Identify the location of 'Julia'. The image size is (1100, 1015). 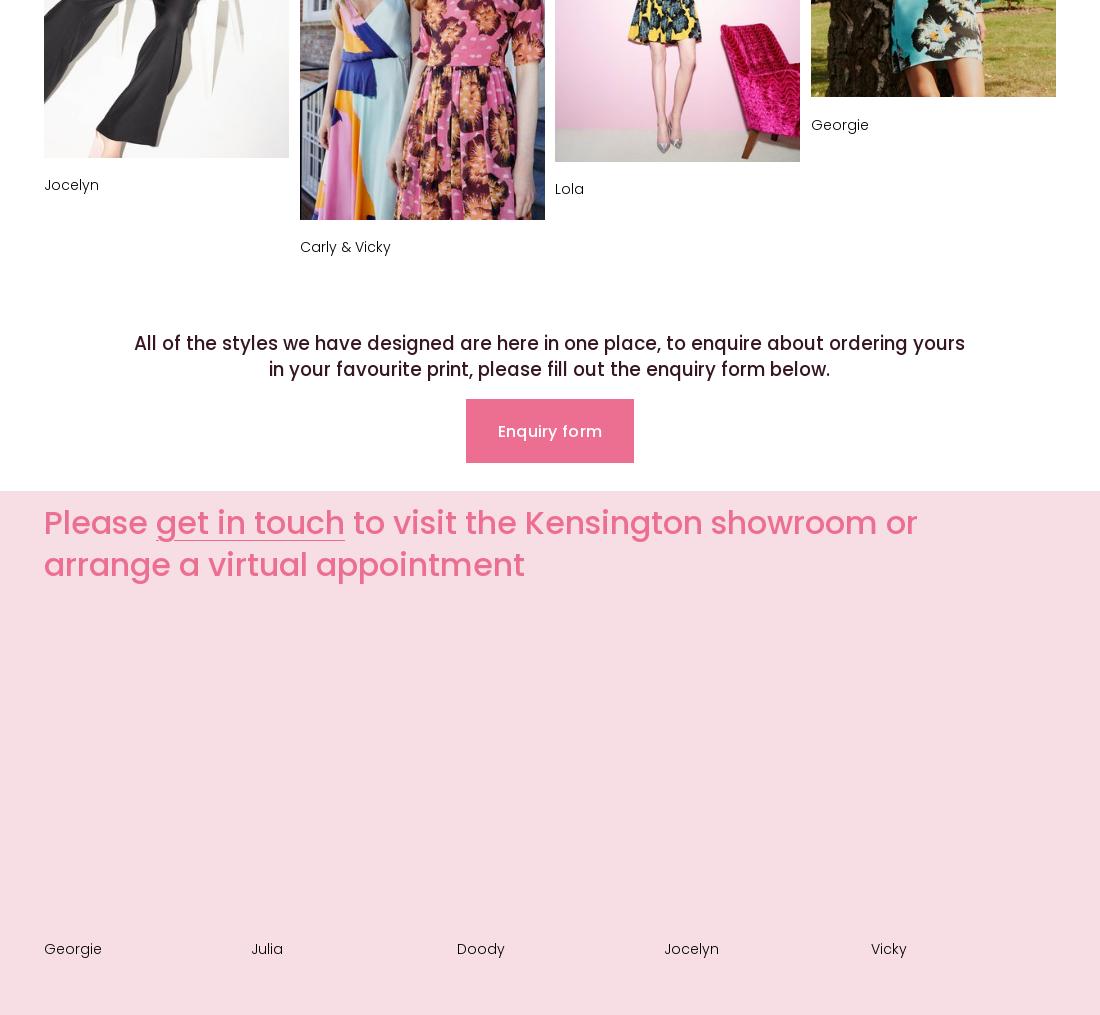
(265, 948).